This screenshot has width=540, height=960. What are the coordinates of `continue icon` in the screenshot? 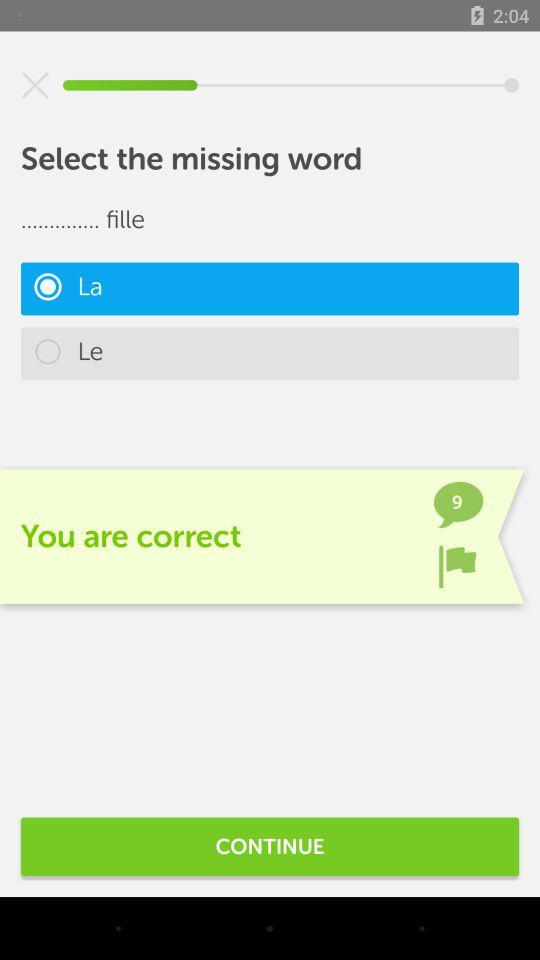 It's located at (270, 845).